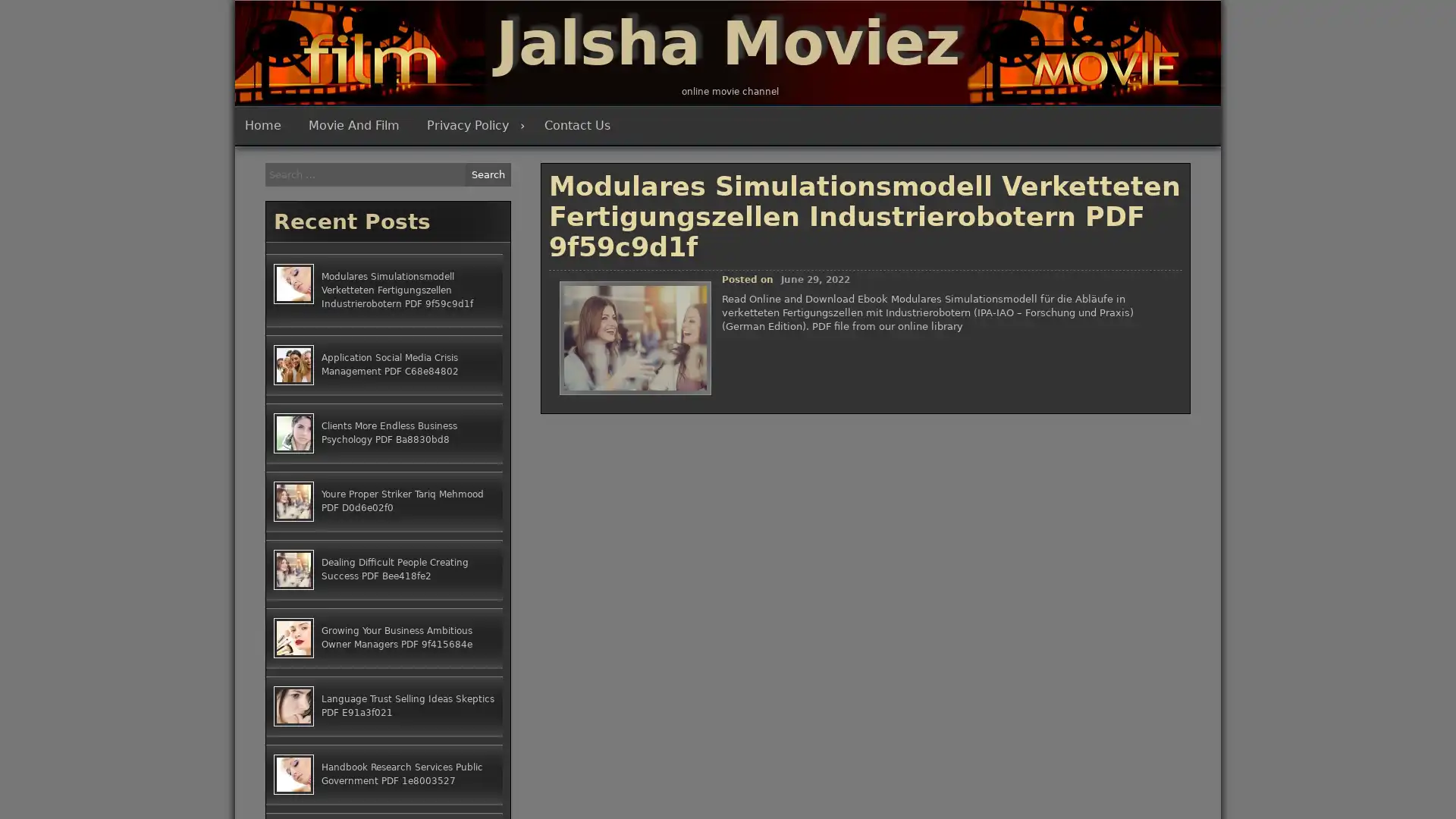 The height and width of the screenshot is (819, 1456). I want to click on Search, so click(488, 174).